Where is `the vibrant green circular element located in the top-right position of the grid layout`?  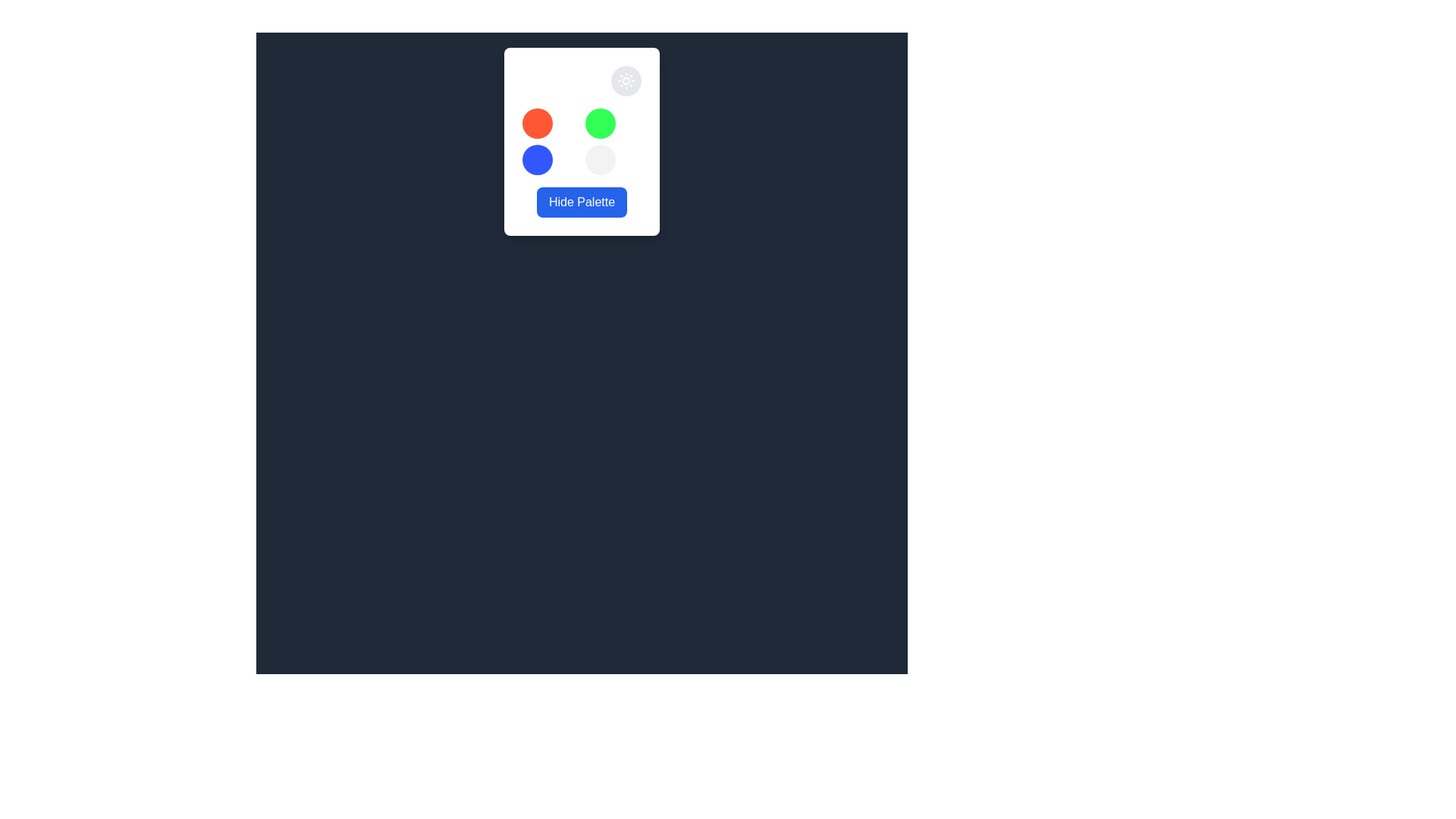
the vibrant green circular element located in the top-right position of the grid layout is located at coordinates (599, 122).